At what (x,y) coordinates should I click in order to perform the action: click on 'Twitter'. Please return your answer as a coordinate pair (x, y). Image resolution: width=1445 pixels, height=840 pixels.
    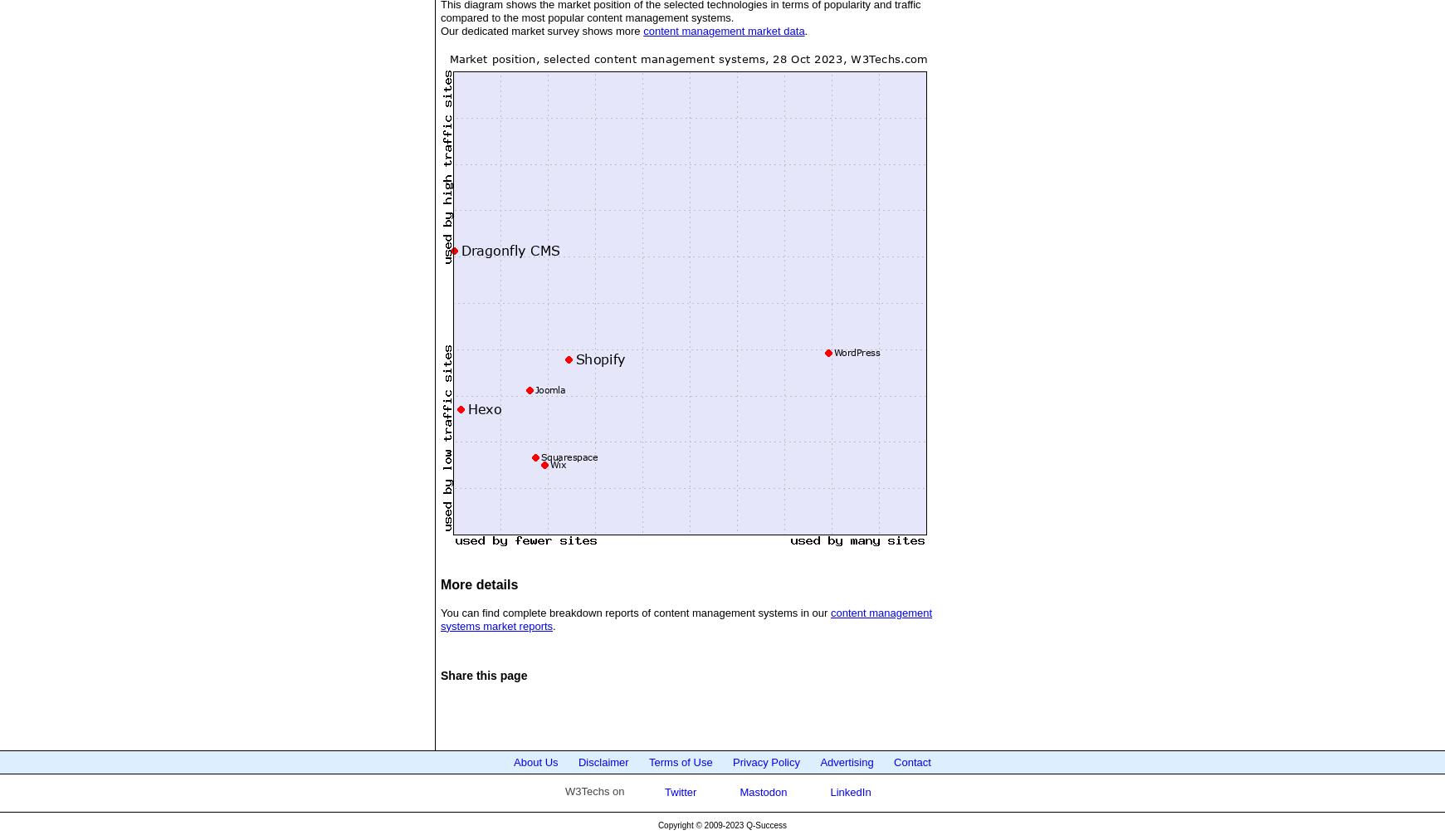
    Looking at the image, I should click on (677, 791).